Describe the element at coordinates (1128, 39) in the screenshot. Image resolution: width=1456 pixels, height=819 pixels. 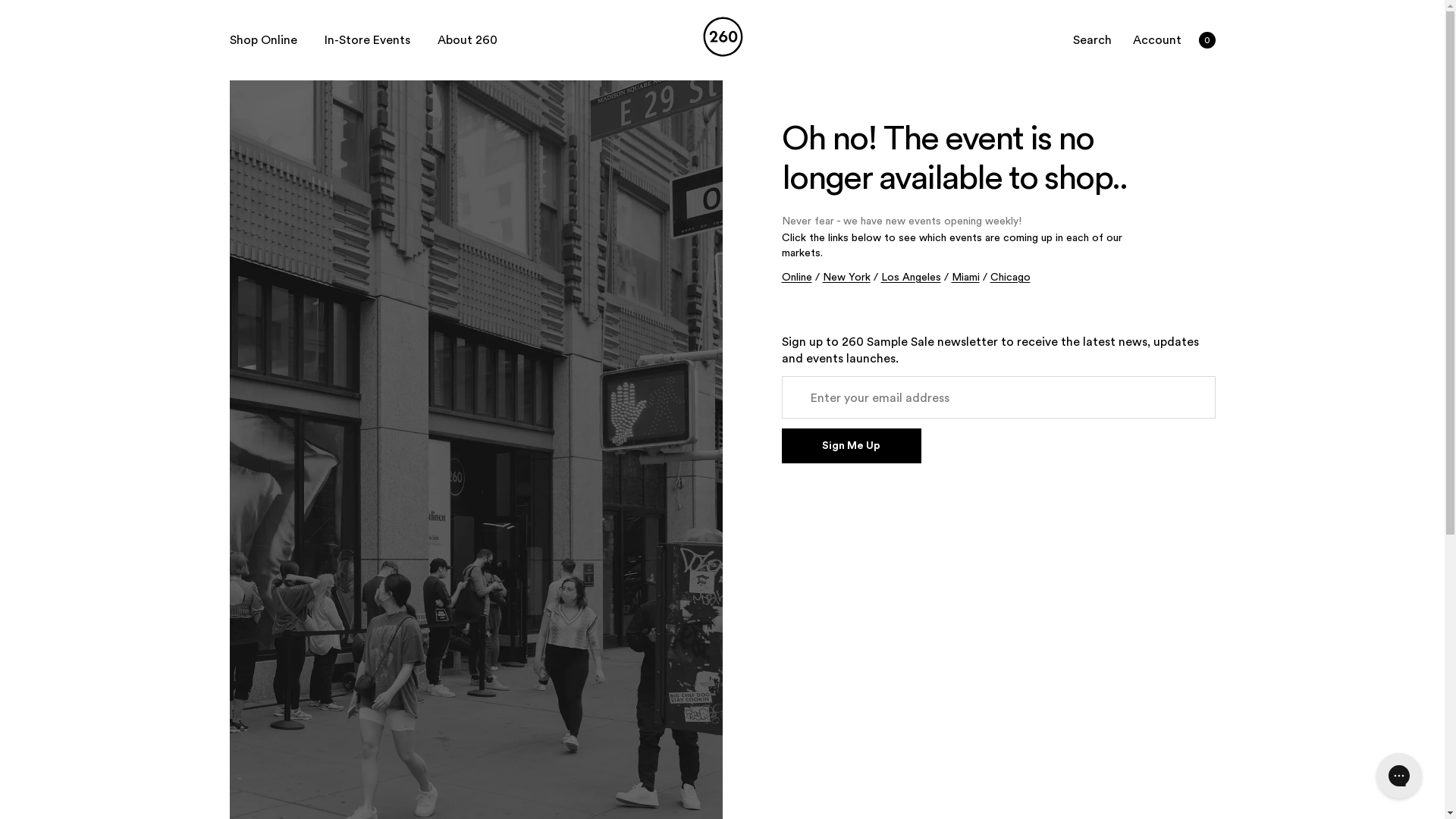
I see `'Account'` at that location.